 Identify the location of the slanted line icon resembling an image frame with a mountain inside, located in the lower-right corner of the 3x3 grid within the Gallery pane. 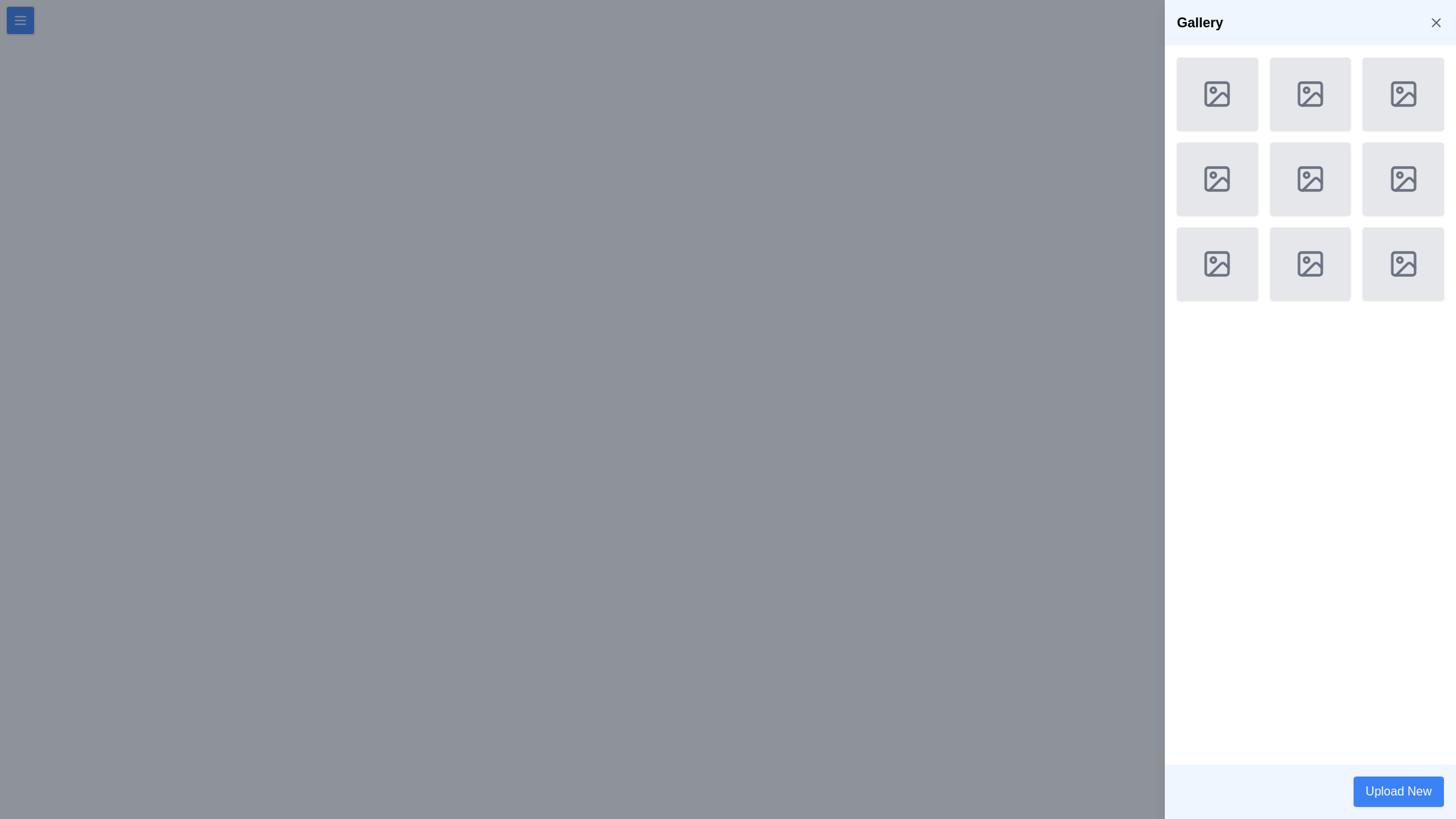
(1219, 268).